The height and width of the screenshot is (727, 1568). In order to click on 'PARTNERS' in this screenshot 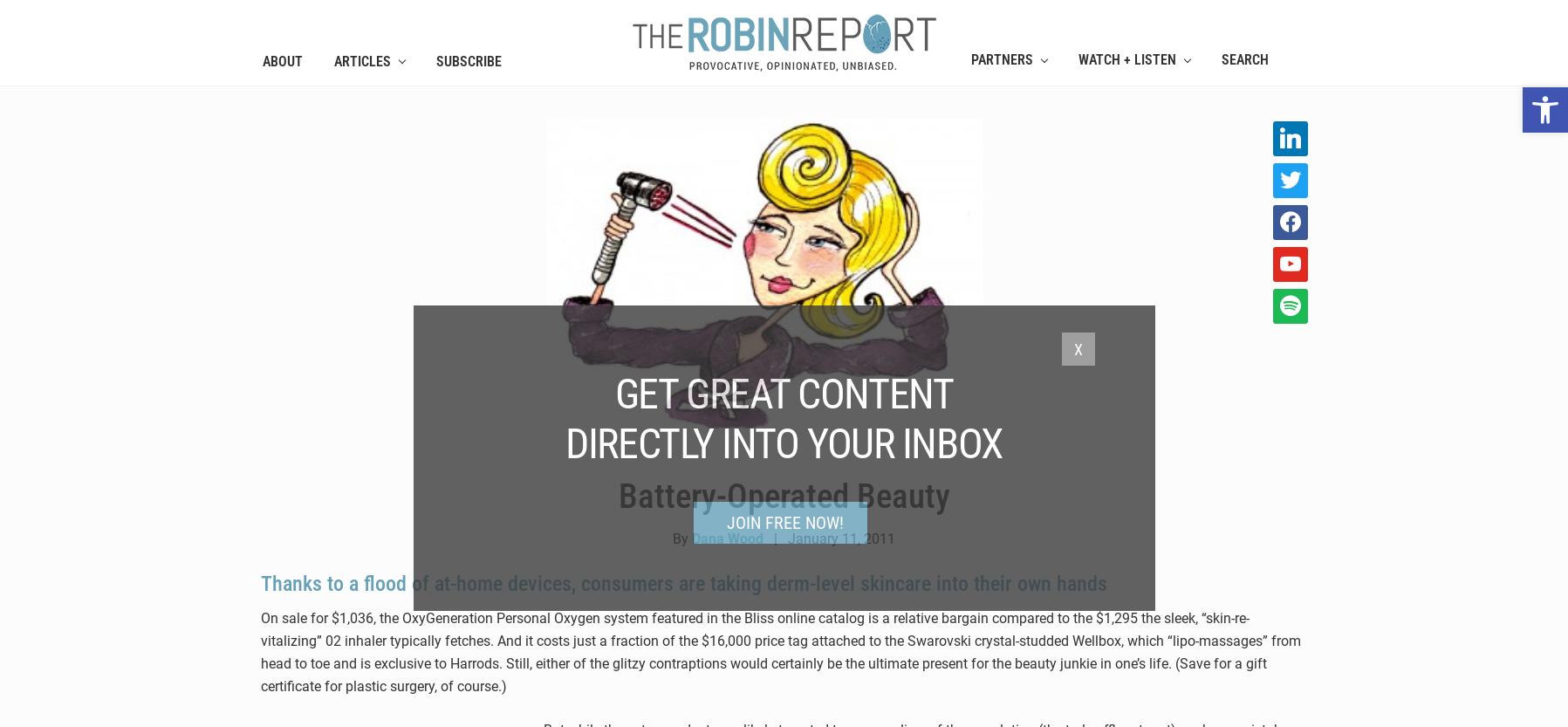, I will do `click(1000, 58)`.